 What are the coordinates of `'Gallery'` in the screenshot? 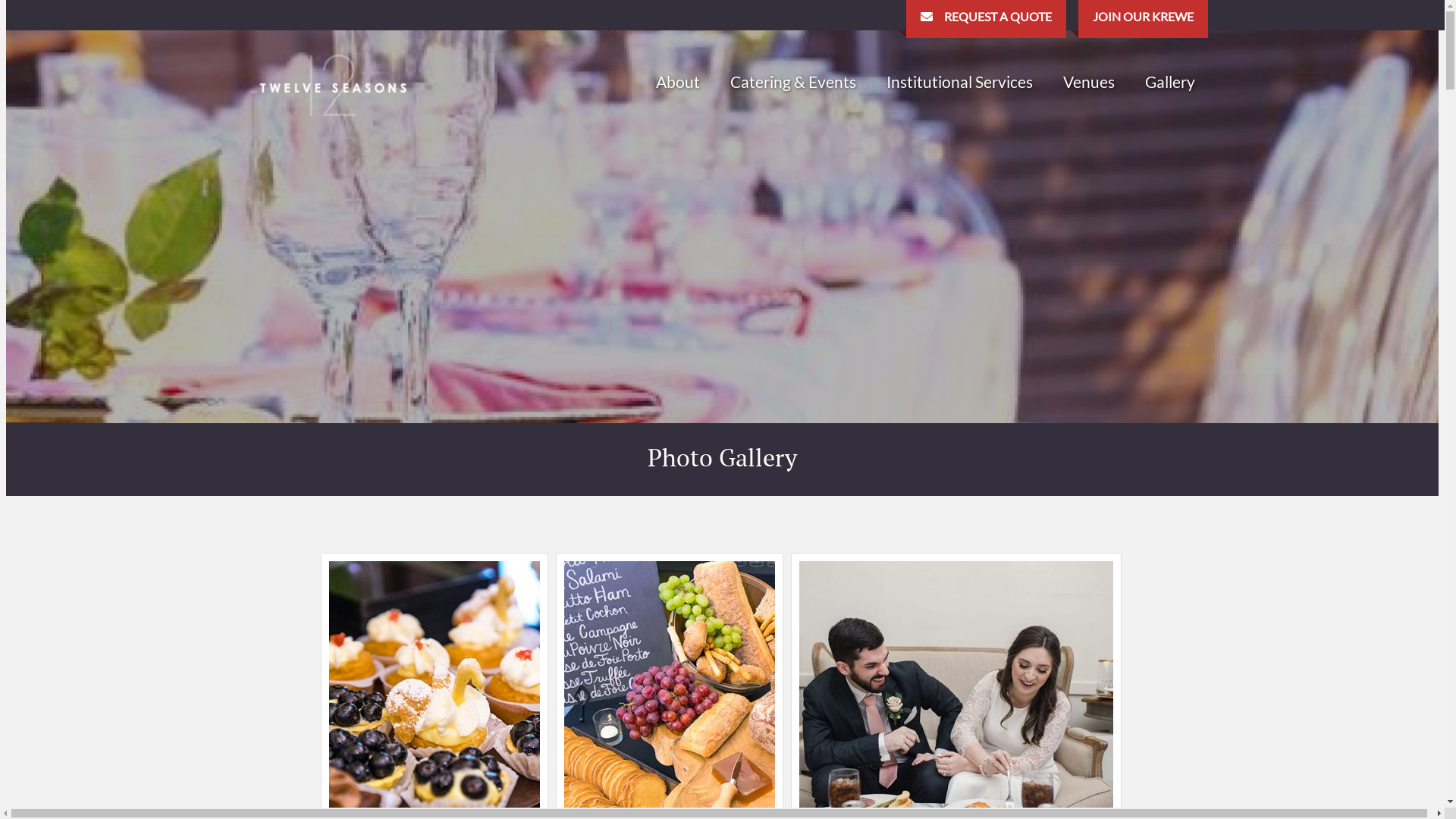 It's located at (1169, 82).